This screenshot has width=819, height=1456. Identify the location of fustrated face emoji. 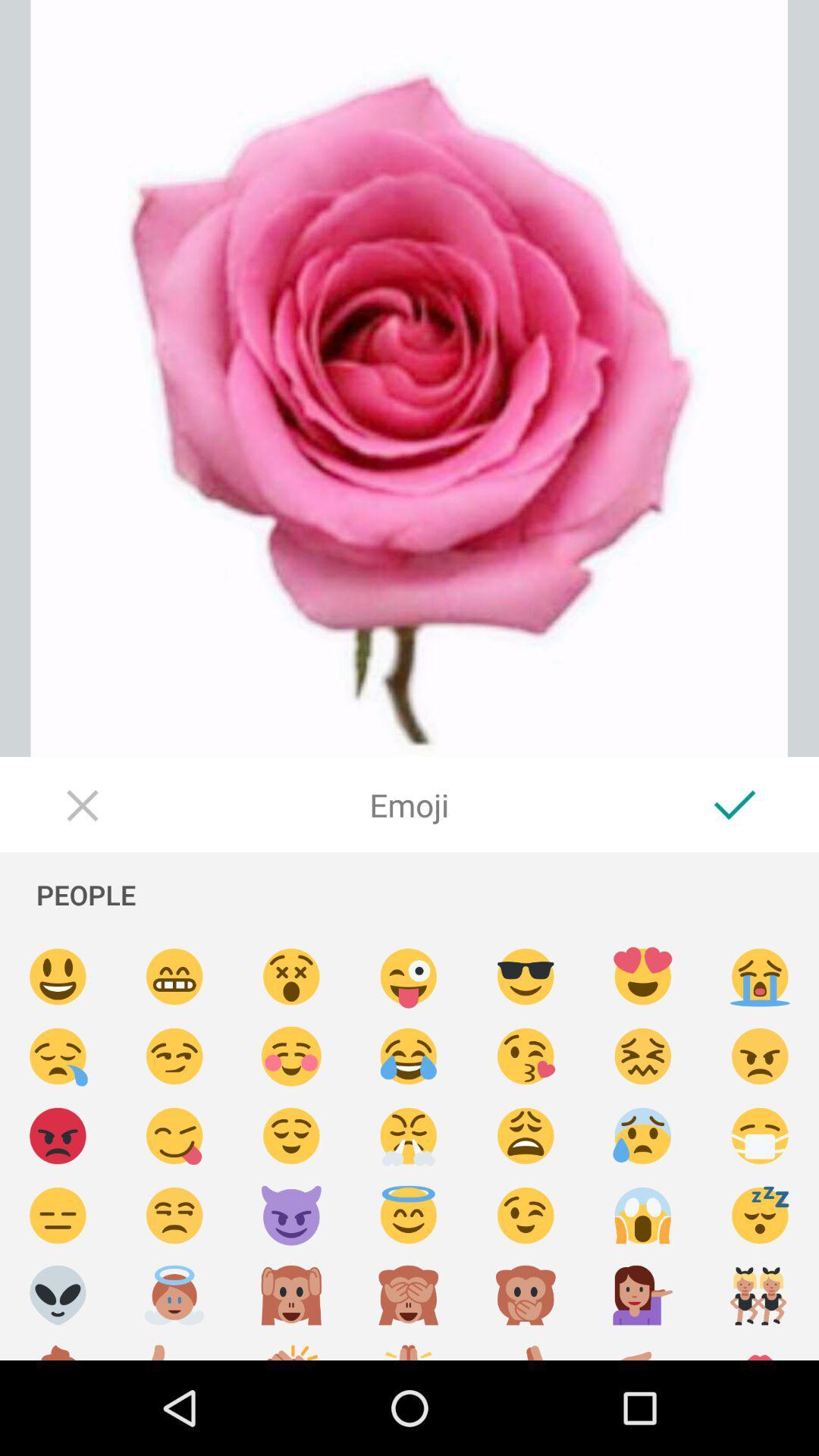
(643, 1056).